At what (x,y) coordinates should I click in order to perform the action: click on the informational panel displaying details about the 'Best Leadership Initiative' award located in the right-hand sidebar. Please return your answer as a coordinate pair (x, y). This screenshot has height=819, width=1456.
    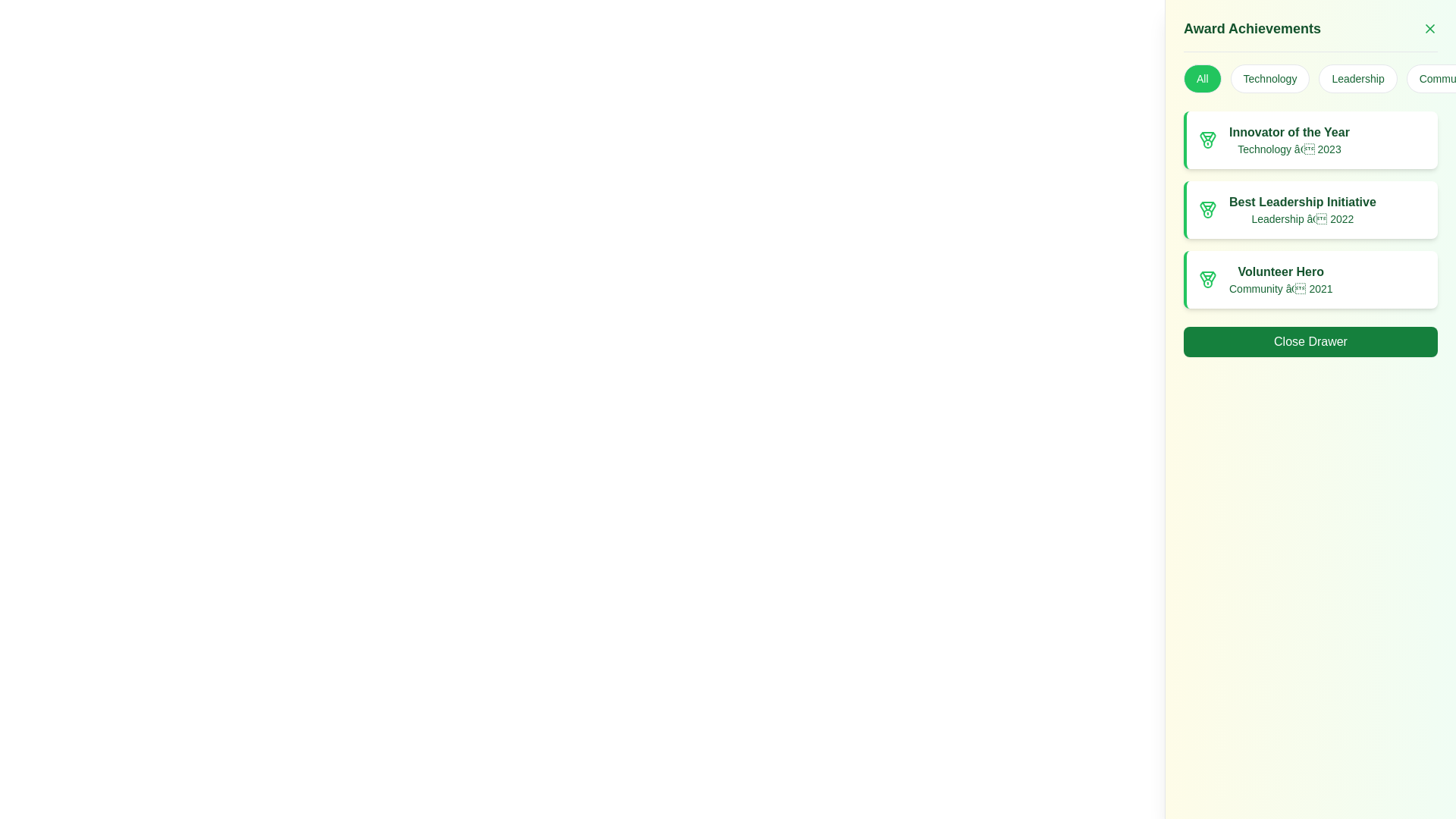
    Looking at the image, I should click on (1310, 210).